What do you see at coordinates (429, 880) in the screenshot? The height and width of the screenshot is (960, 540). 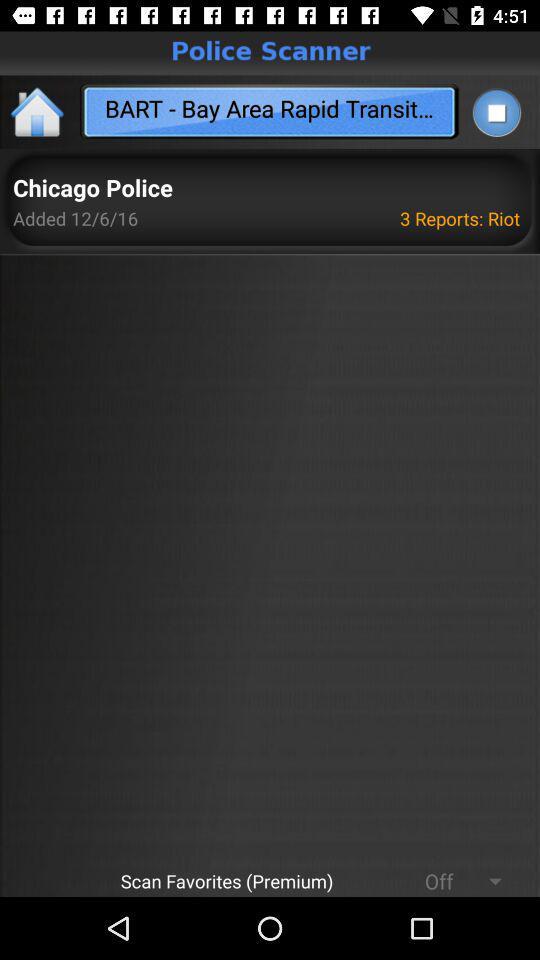 I see `the item to the right of scan favorites (premium)` at bounding box center [429, 880].